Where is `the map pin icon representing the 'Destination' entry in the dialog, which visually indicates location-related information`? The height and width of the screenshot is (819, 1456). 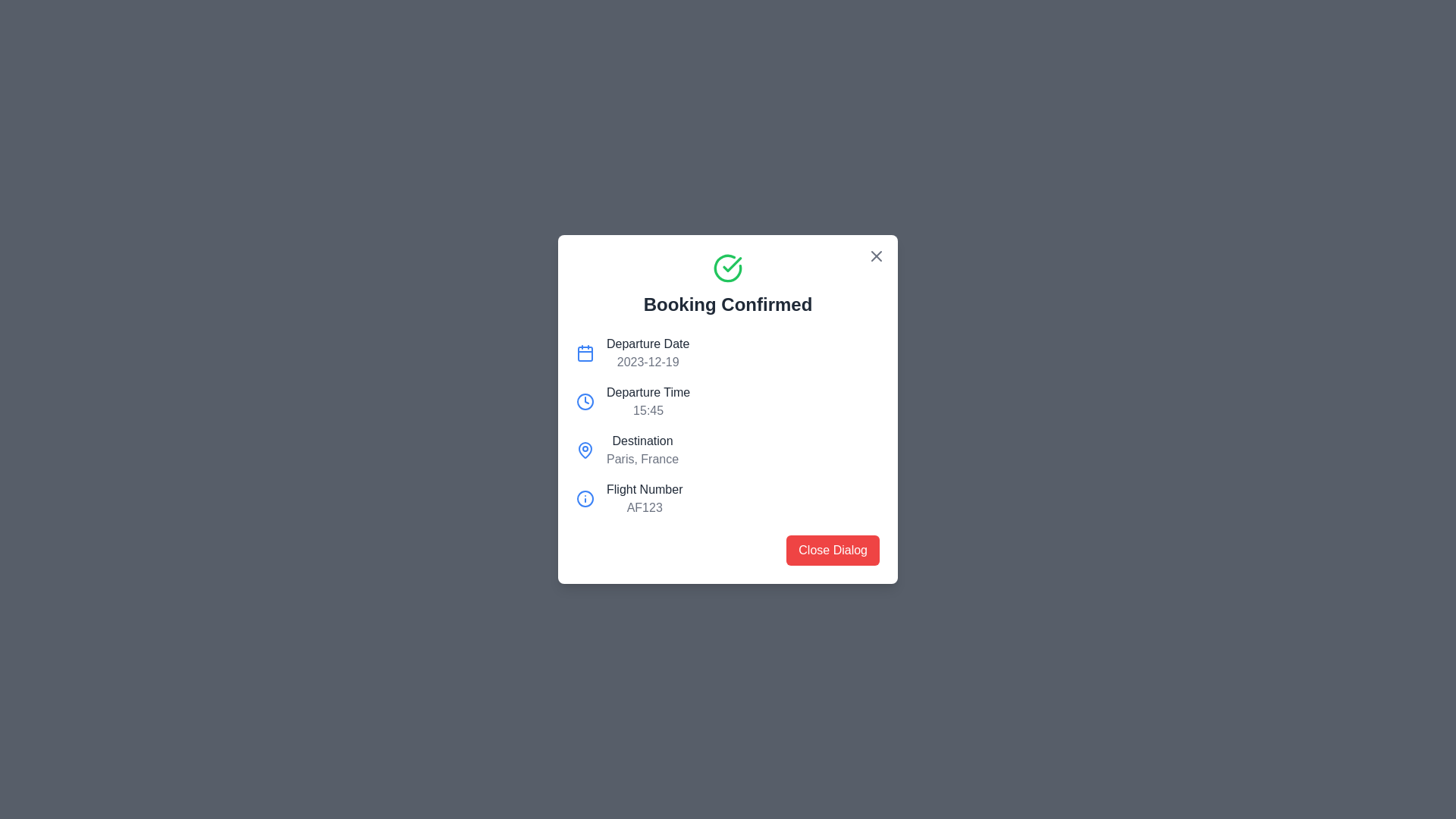
the map pin icon representing the 'Destination' entry in the dialog, which visually indicates location-related information is located at coordinates (585, 449).